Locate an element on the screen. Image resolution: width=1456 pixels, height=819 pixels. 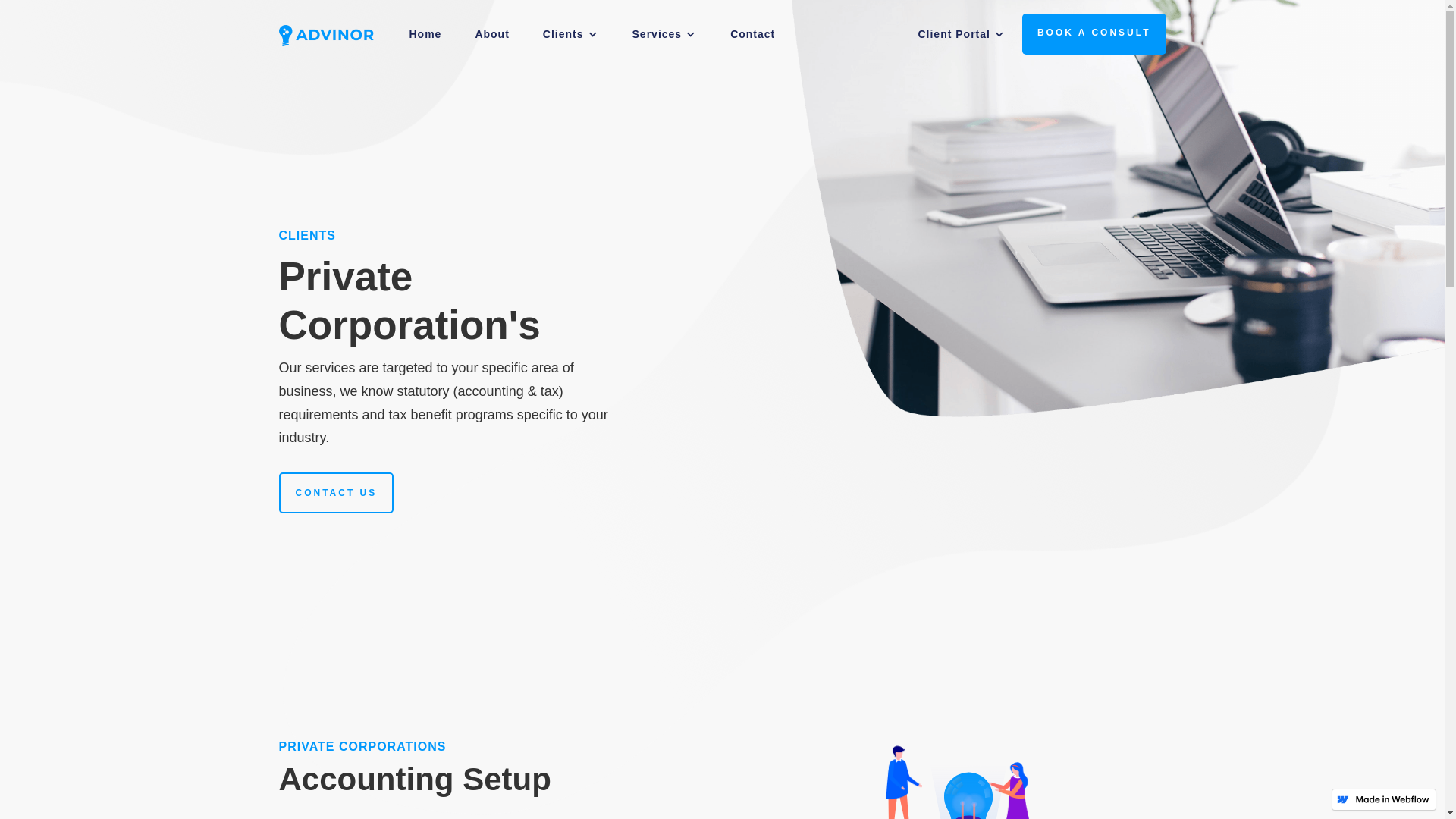
'CONTACT US' is located at coordinates (336, 493).